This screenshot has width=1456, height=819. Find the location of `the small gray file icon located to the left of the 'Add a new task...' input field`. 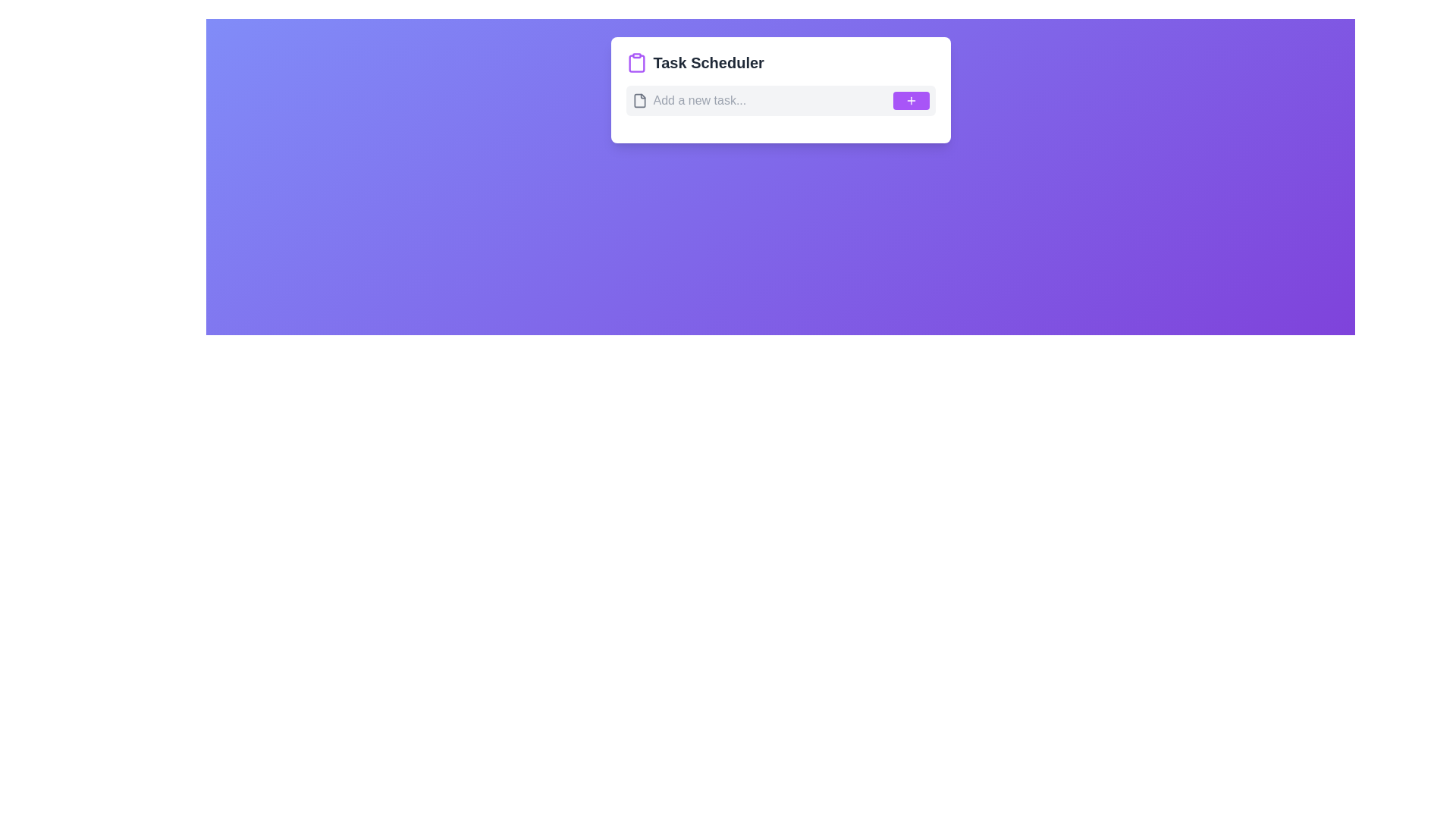

the small gray file icon located to the left of the 'Add a new task...' input field is located at coordinates (639, 100).